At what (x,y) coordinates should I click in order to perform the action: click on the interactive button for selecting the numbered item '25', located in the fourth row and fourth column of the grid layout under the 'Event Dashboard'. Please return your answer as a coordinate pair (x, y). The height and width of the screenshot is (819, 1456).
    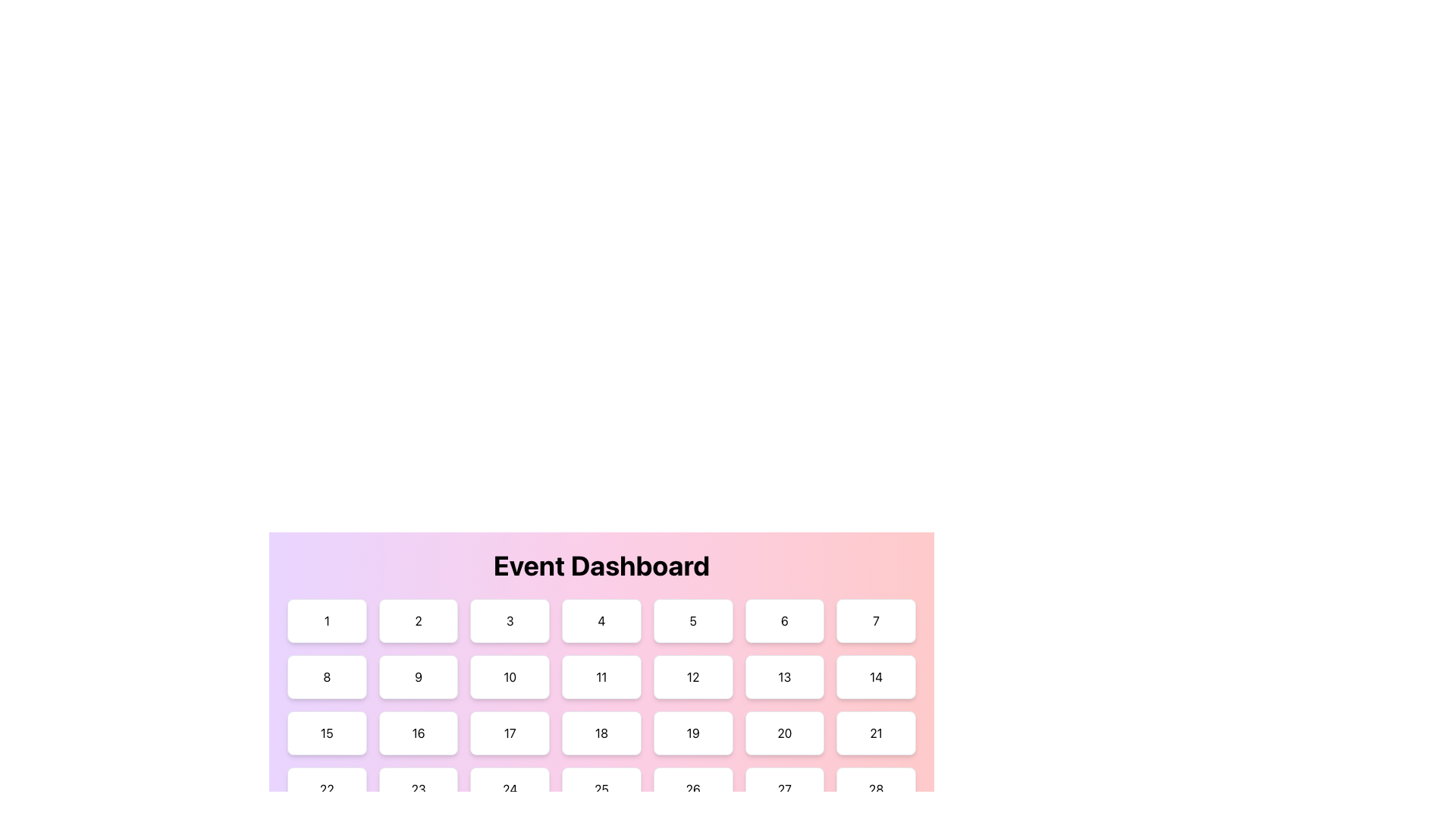
    Looking at the image, I should click on (601, 789).